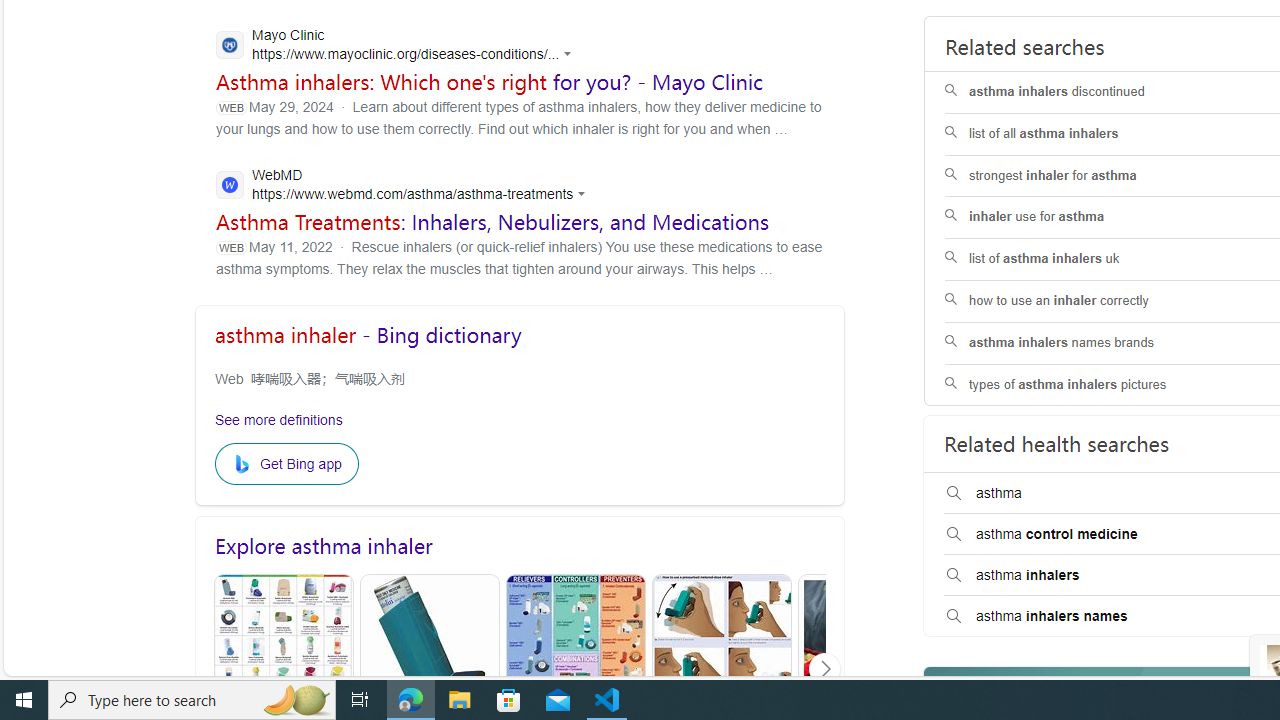  I want to click on 'Asthma Treatments: Inhalers, Nebulizers, and Medications', so click(493, 221).